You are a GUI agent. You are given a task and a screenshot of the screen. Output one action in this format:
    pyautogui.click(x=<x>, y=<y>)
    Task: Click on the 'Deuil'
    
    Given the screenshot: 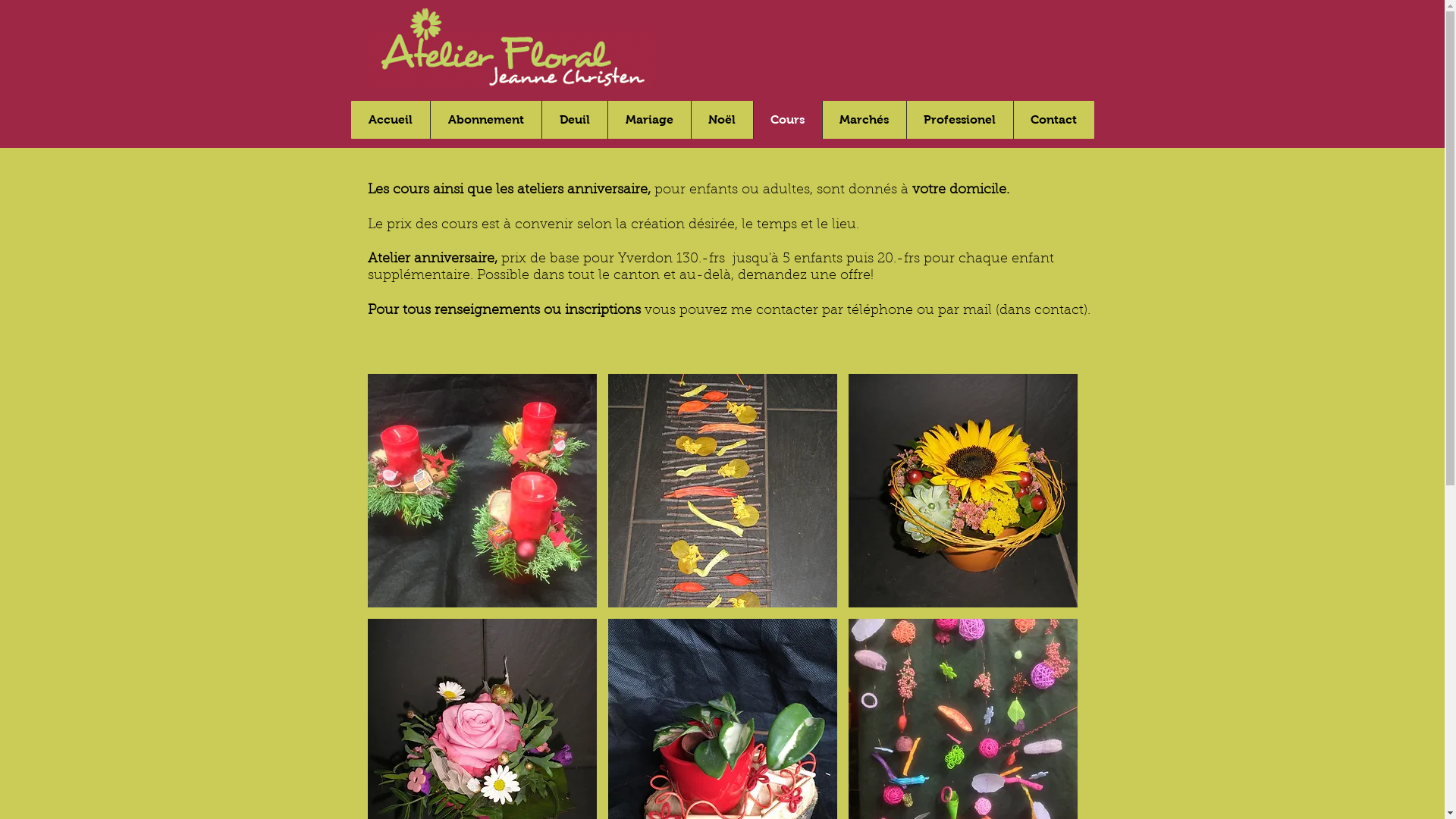 What is the action you would take?
    pyautogui.click(x=541, y=119)
    